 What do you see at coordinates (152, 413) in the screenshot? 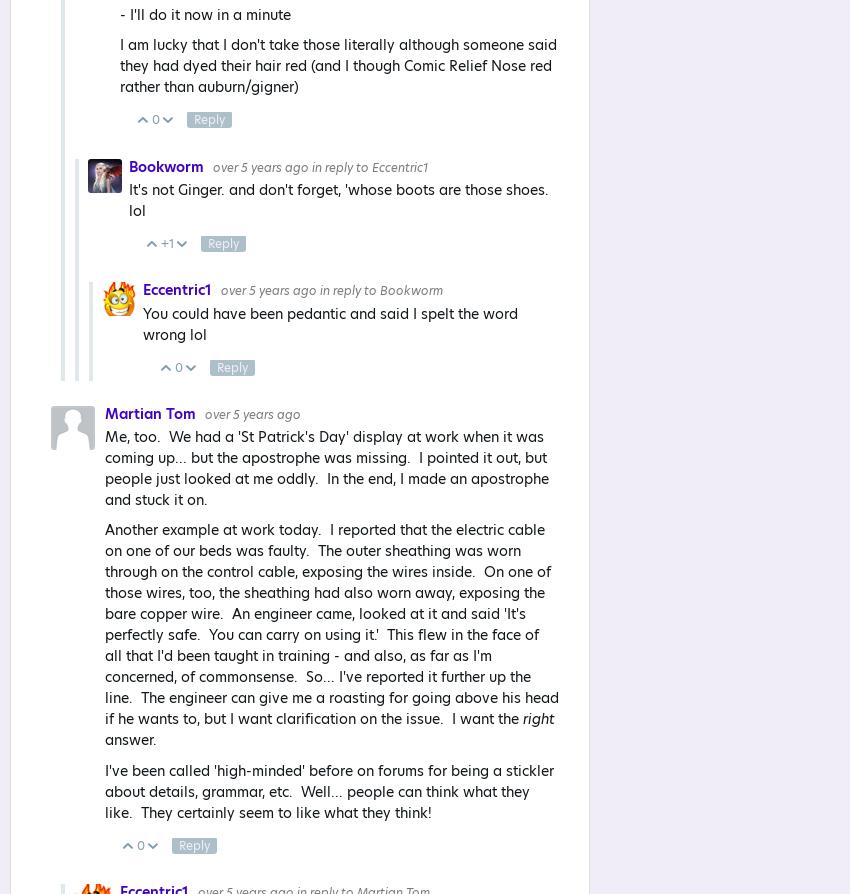
I see `'Martian Tom'` at bounding box center [152, 413].